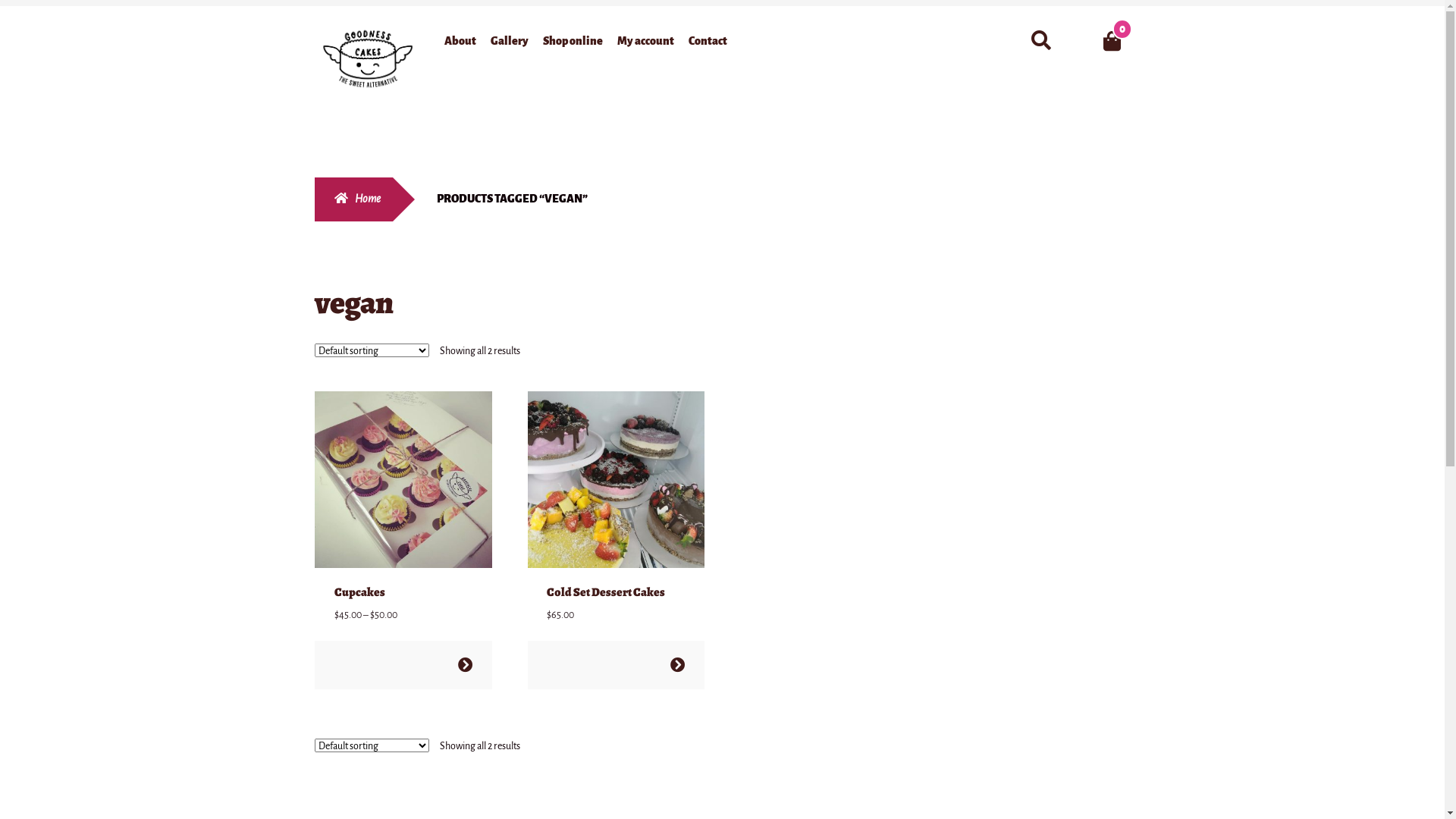 The height and width of the screenshot is (819, 1456). I want to click on 'Cold Set Dessert Cakes, so click(616, 507).